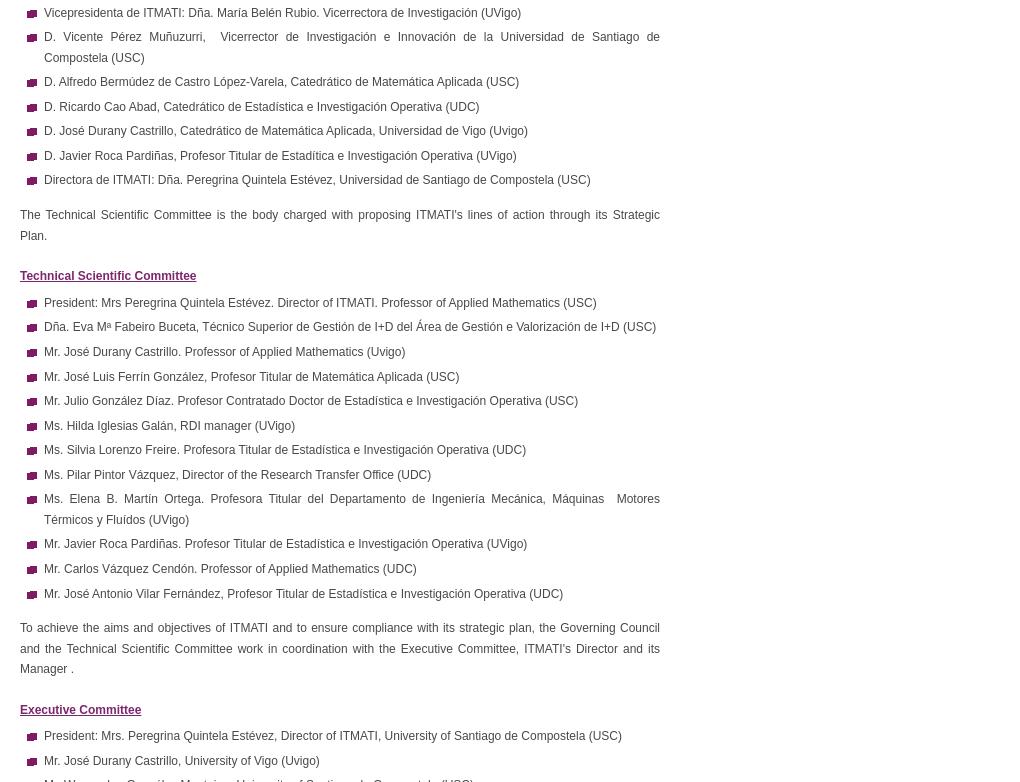  Describe the element at coordinates (42, 449) in the screenshot. I see `'Ms. Silvia Lorenzo Freire. Profesora Titular de Estadística e Investigación Operativa (UDC)'` at that location.